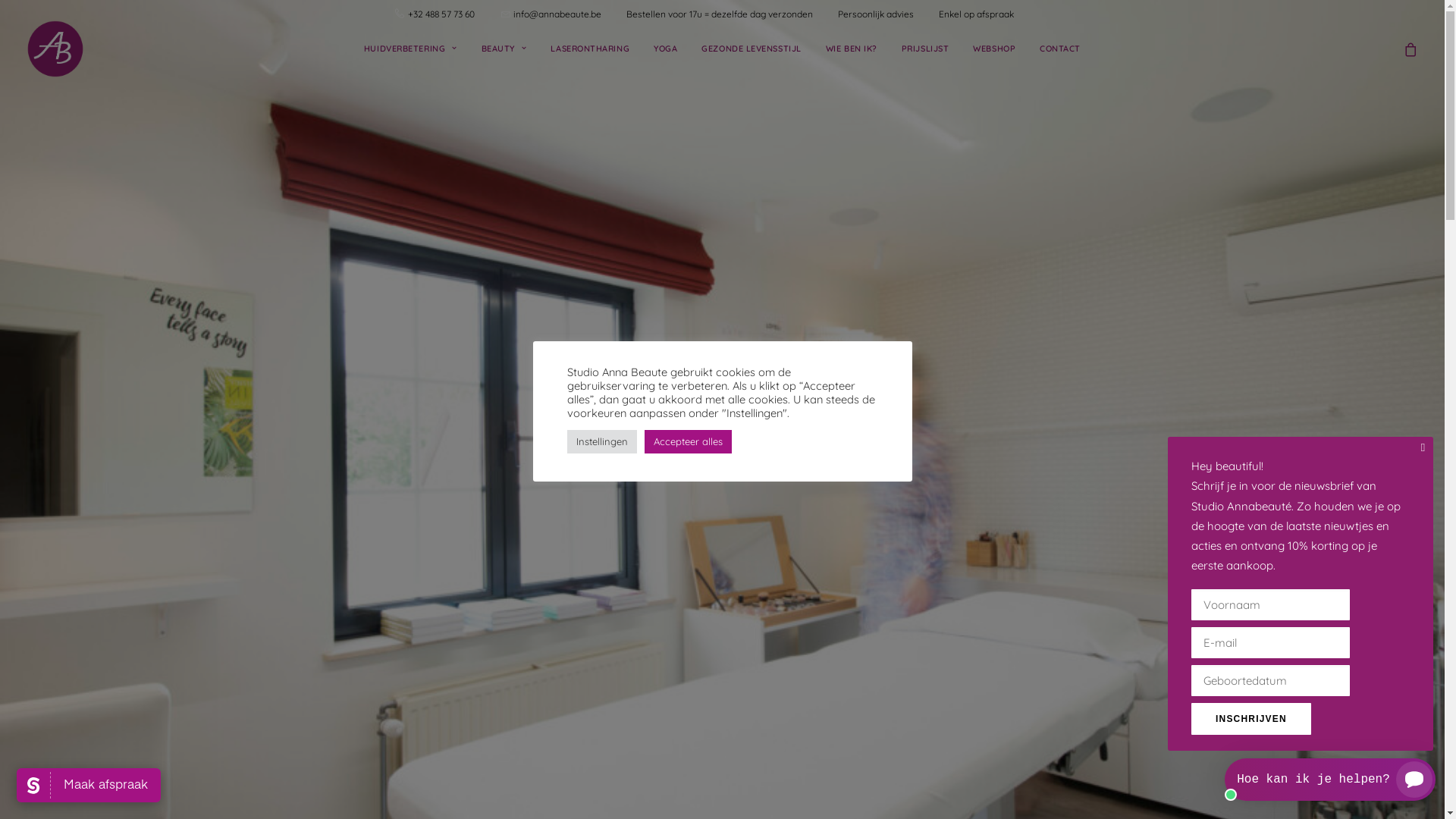 The height and width of the screenshot is (819, 1456). Describe the element at coordinates (1029, 48) in the screenshot. I see `'CONTACT'` at that location.